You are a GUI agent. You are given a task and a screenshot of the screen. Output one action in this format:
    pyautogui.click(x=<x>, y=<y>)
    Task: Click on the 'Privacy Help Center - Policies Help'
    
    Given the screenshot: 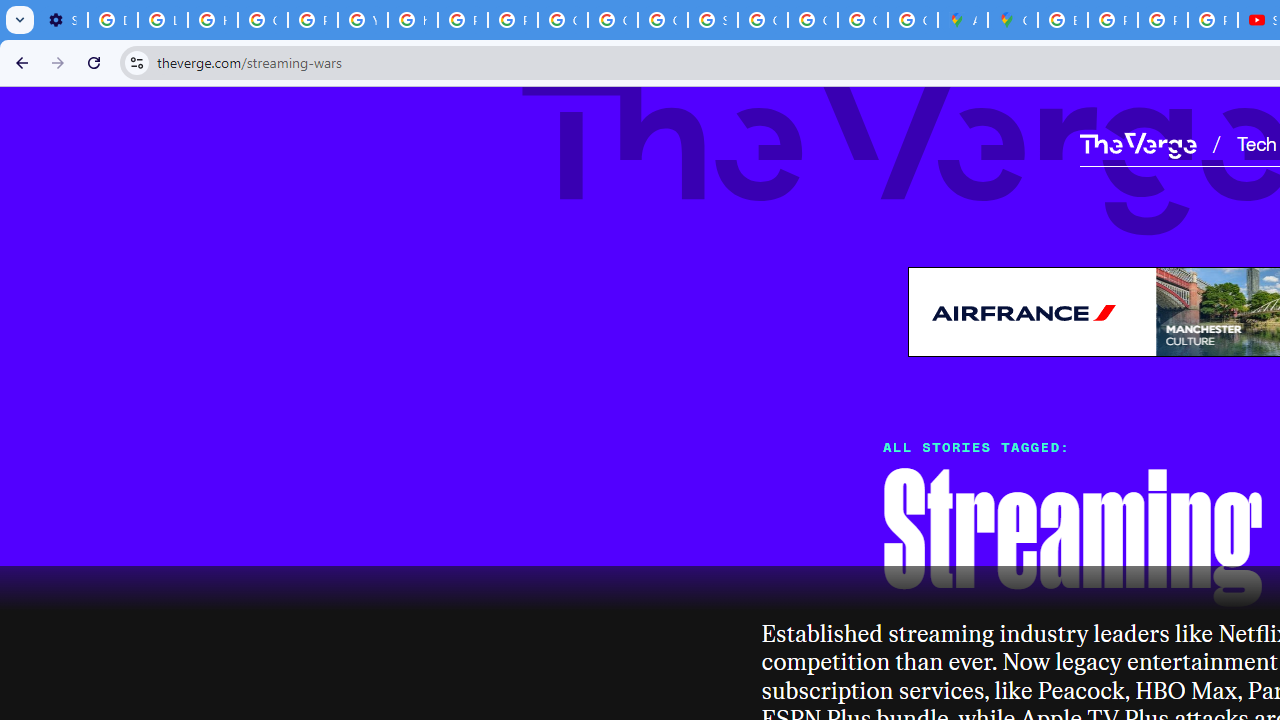 What is the action you would take?
    pyautogui.click(x=1162, y=20)
    